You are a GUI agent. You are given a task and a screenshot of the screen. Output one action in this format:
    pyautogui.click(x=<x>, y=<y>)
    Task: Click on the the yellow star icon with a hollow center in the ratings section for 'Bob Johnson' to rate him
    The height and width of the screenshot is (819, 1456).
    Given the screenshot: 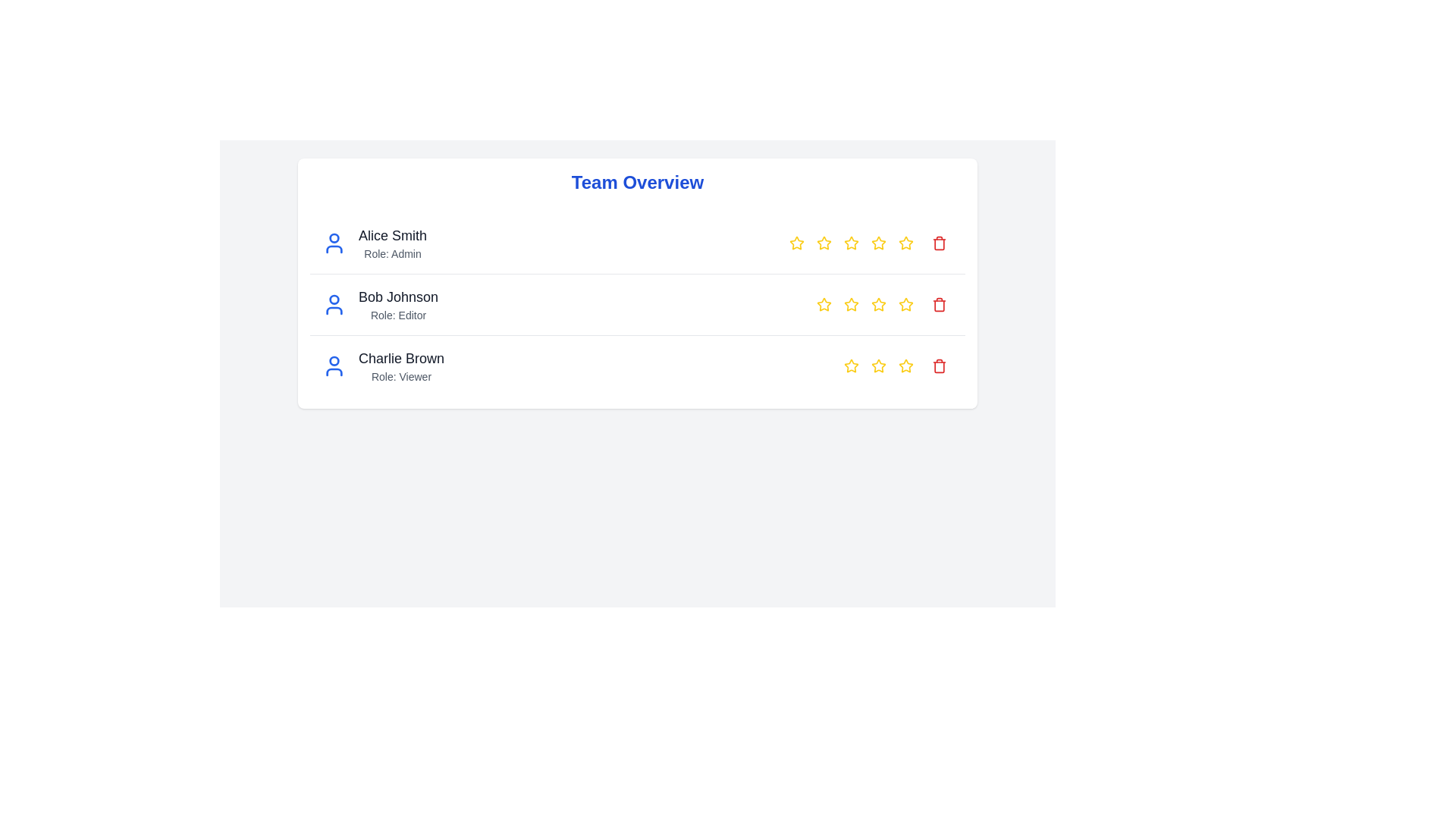 What is the action you would take?
    pyautogui.click(x=823, y=304)
    